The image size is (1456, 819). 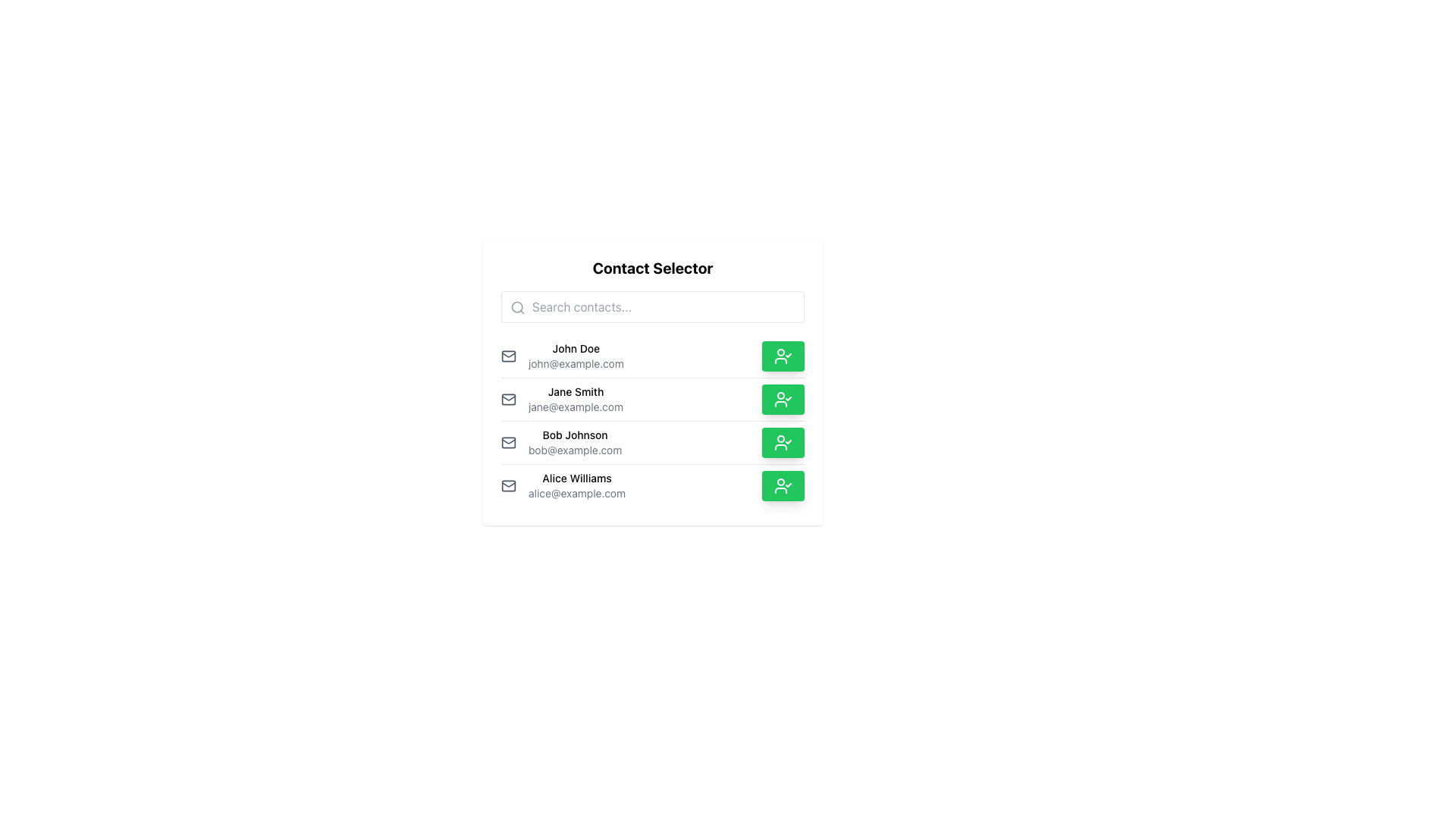 I want to click on the small gray envelope icon representing the contact 'Bob Johnson' located next to 'bob@example.com', so click(x=509, y=442).